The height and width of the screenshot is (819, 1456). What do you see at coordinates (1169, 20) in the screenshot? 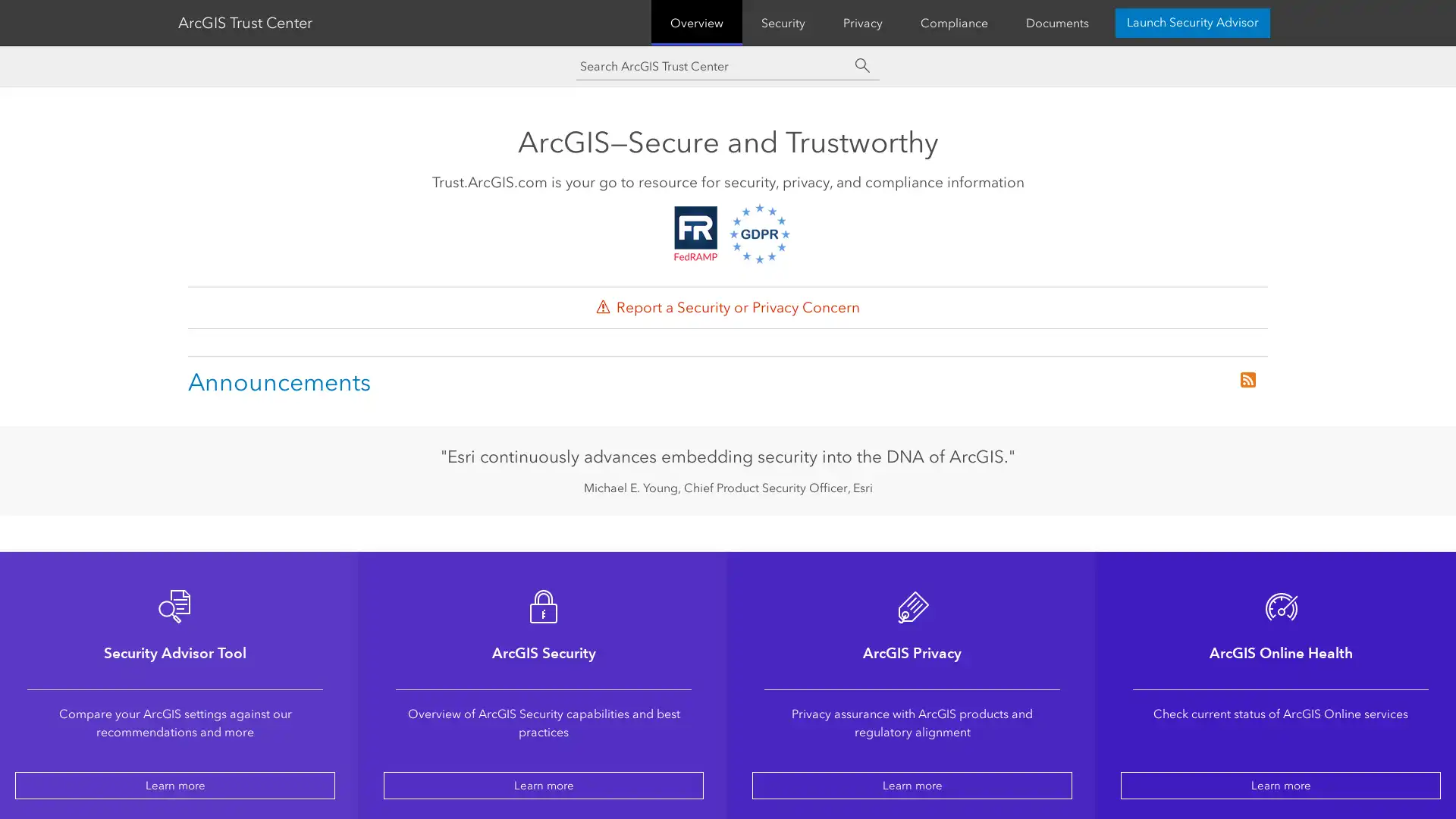
I see `Search` at bounding box center [1169, 20].